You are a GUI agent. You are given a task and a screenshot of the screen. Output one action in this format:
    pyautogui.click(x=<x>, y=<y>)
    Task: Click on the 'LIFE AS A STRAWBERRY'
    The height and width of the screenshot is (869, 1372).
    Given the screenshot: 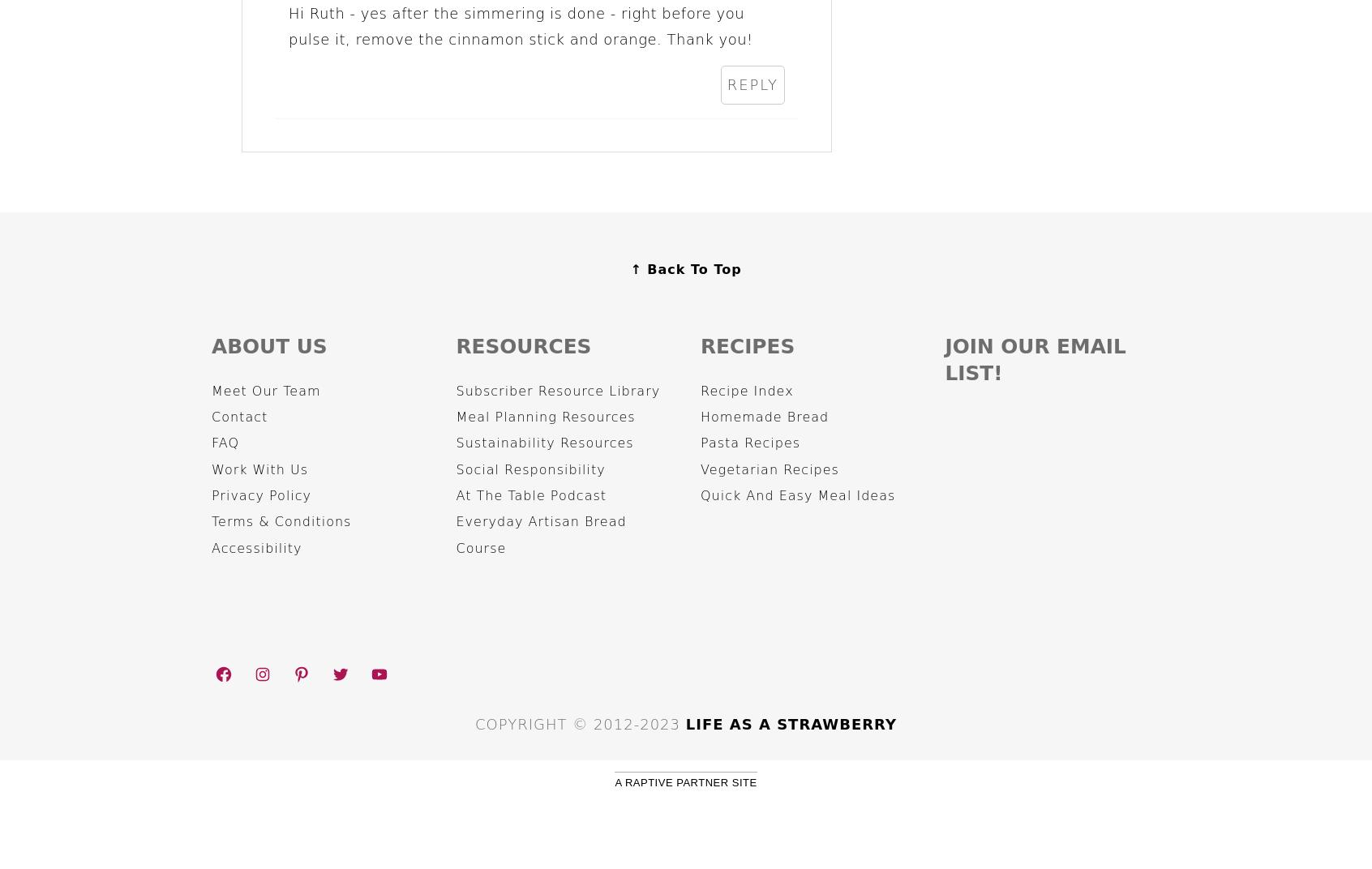 What is the action you would take?
    pyautogui.click(x=791, y=724)
    